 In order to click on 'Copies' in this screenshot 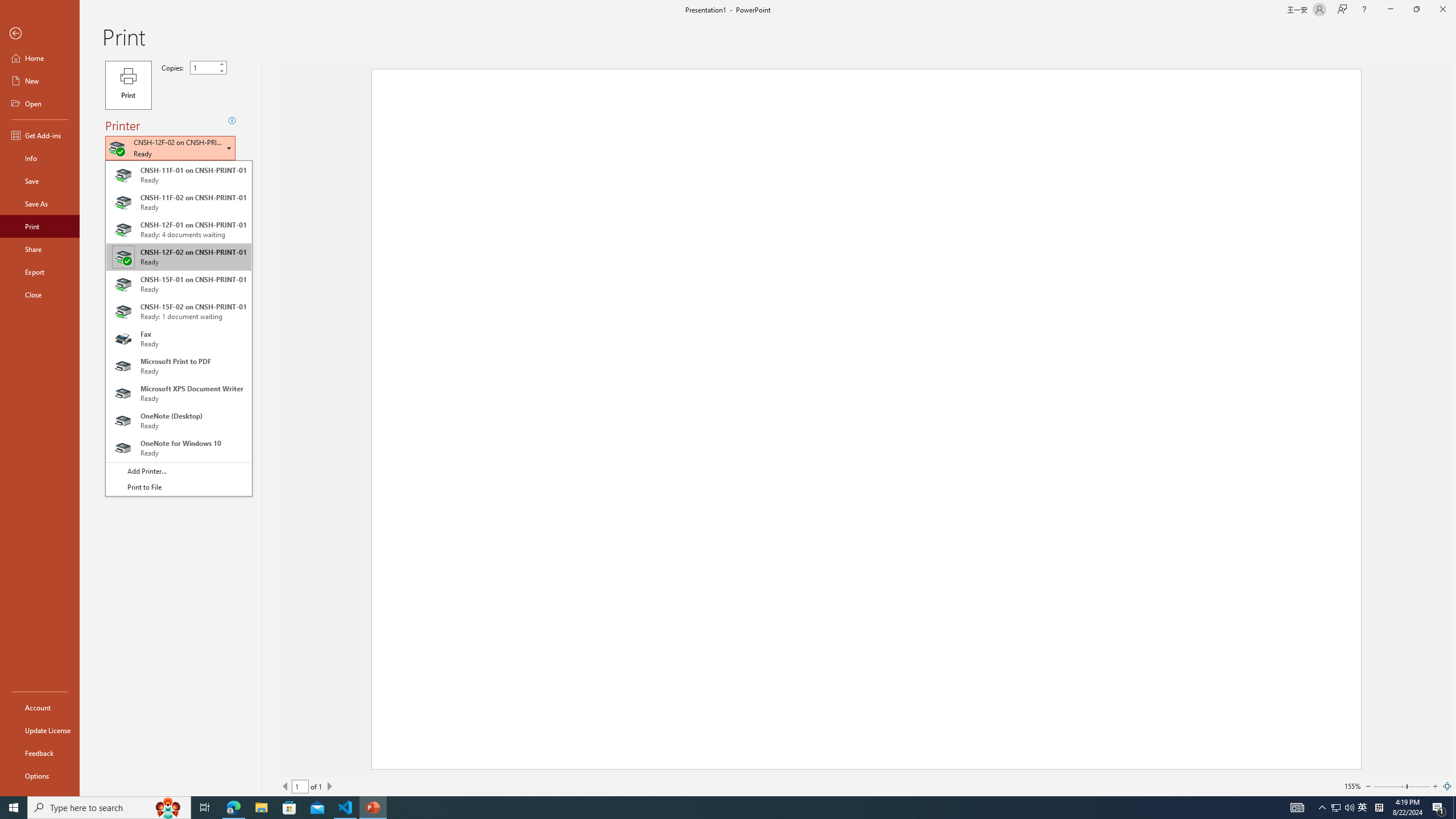, I will do `click(208, 67)`.